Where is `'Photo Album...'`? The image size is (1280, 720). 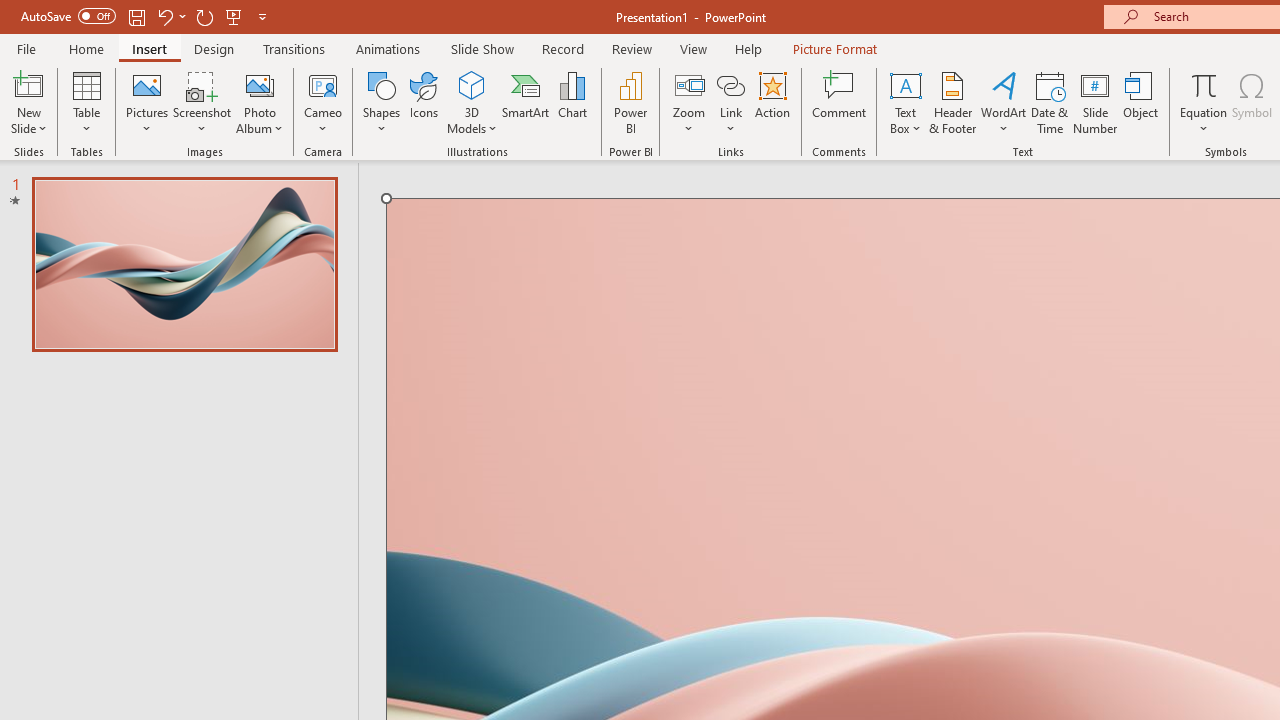 'Photo Album...' is located at coordinates (258, 103).